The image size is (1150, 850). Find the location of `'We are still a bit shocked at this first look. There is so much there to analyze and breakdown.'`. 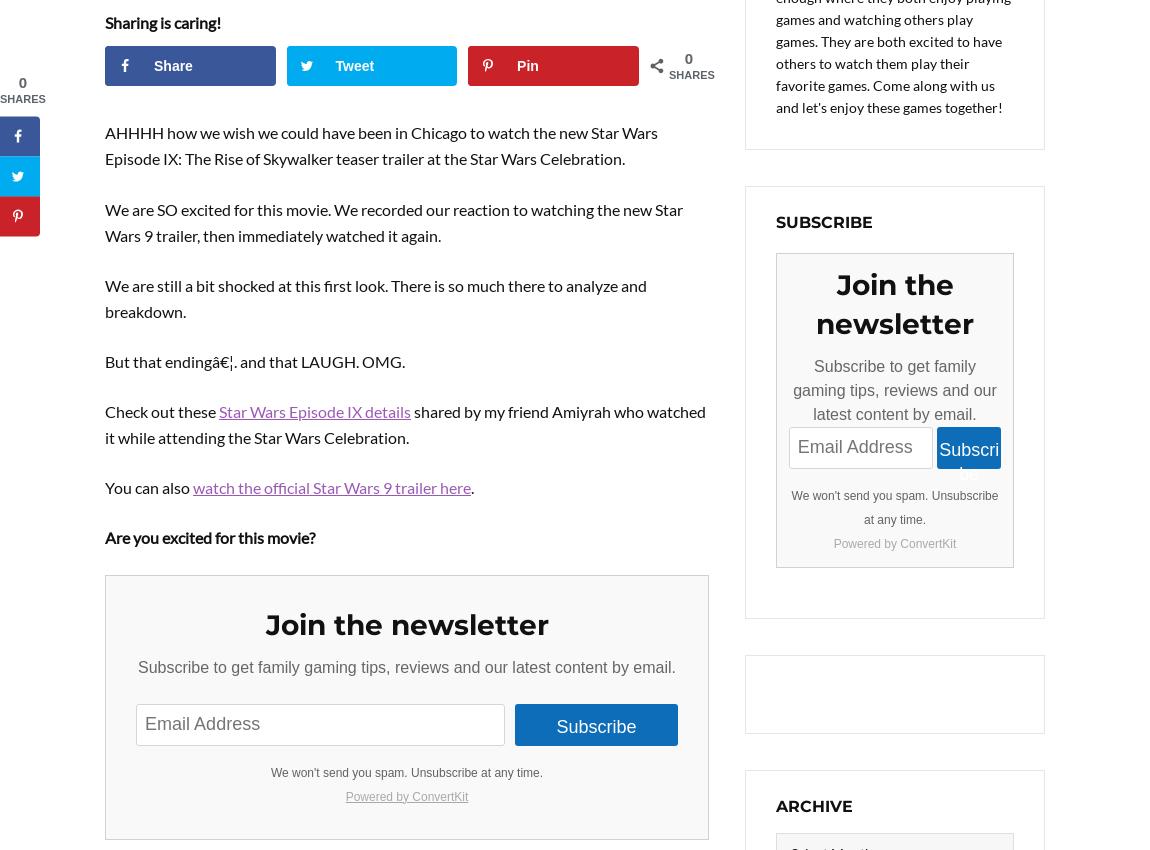

'We are still a bit shocked at this first look. There is so much there to analyze and breakdown.' is located at coordinates (376, 296).